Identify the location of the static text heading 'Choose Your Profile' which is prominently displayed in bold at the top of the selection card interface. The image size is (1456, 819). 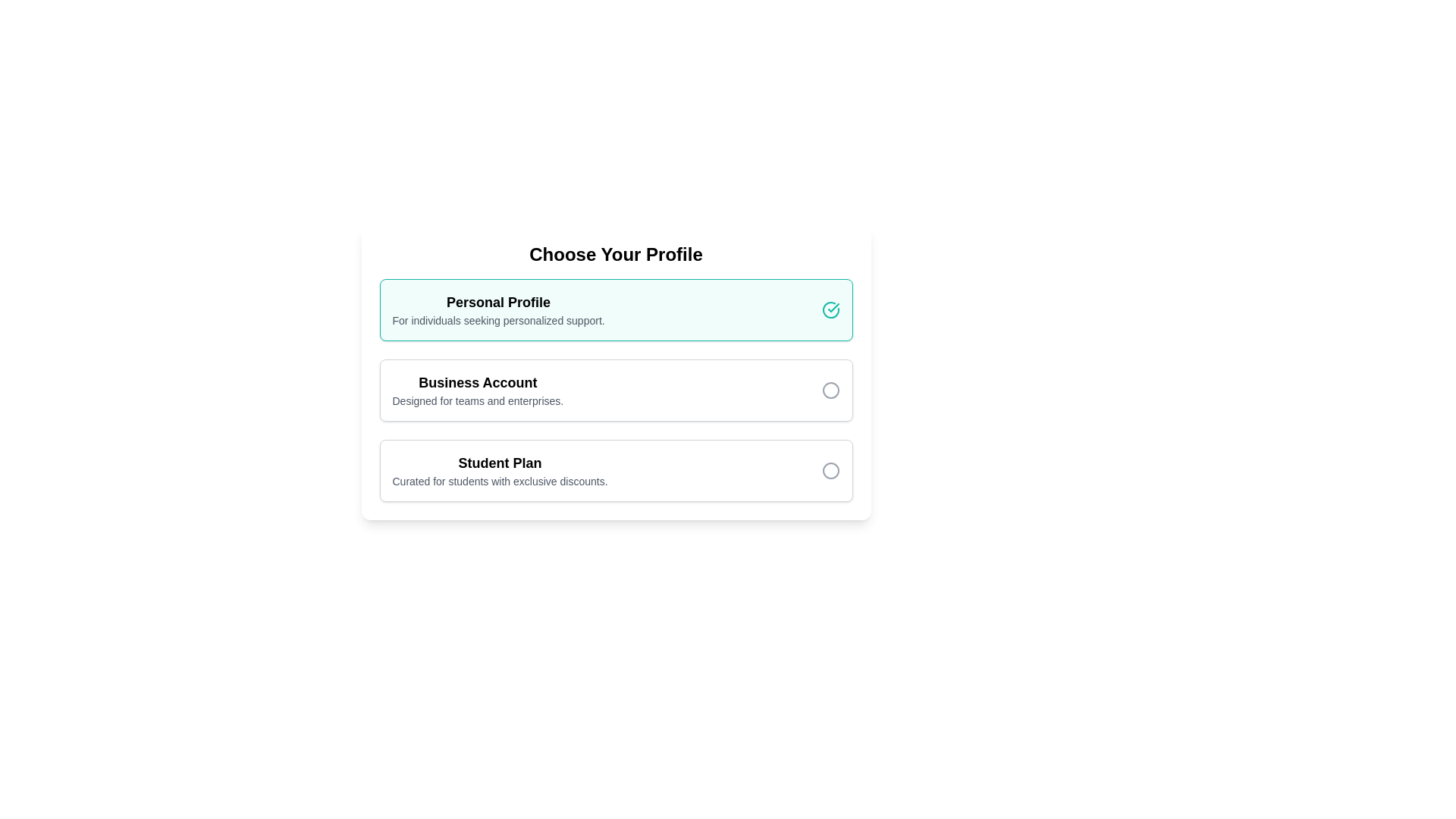
(616, 253).